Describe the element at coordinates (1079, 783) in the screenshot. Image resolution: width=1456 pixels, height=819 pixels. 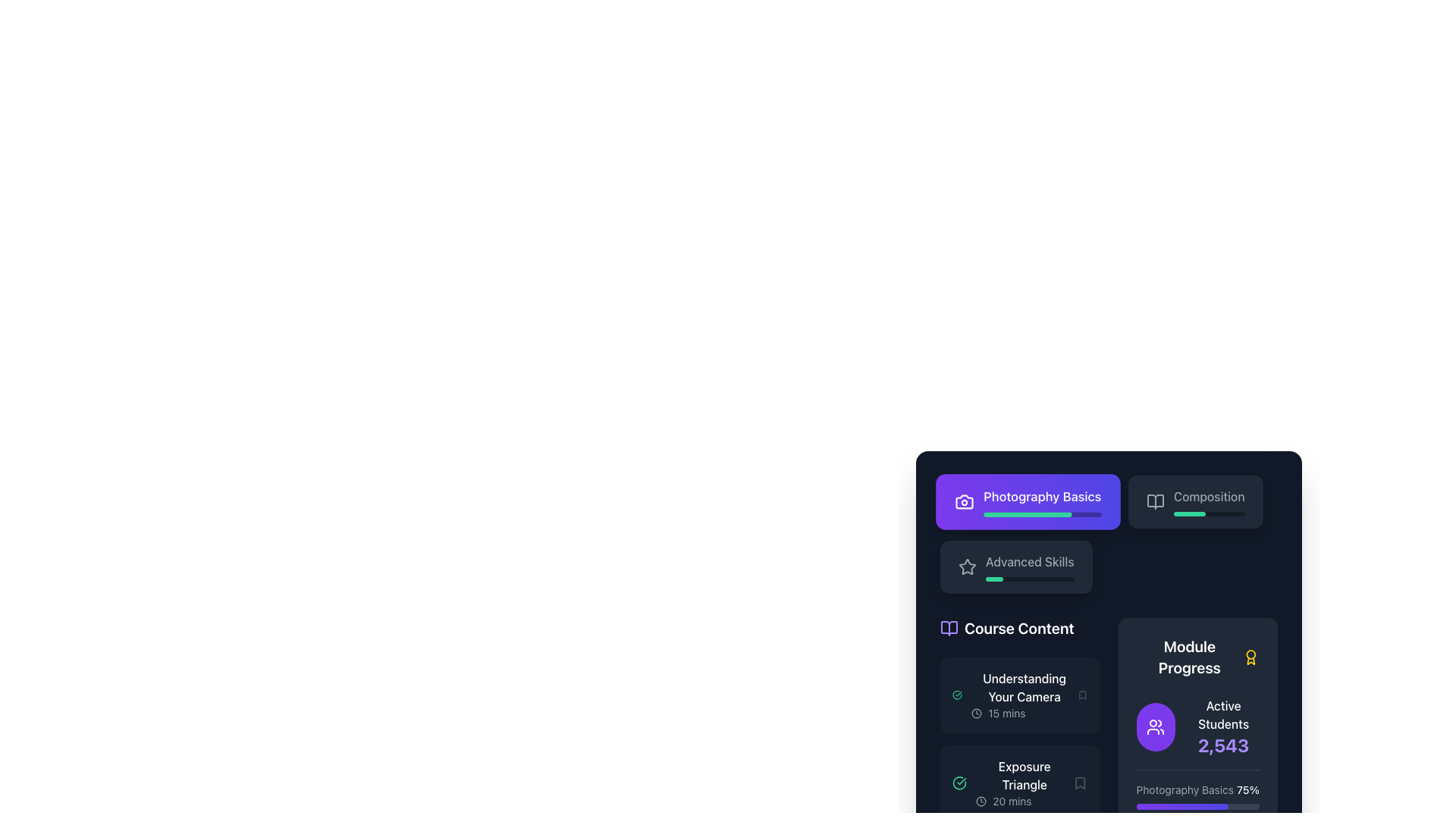
I see `the Bookmark icon located on the right end of the 'Exposure Triangle' list item in the 'Course Content' section` at that location.